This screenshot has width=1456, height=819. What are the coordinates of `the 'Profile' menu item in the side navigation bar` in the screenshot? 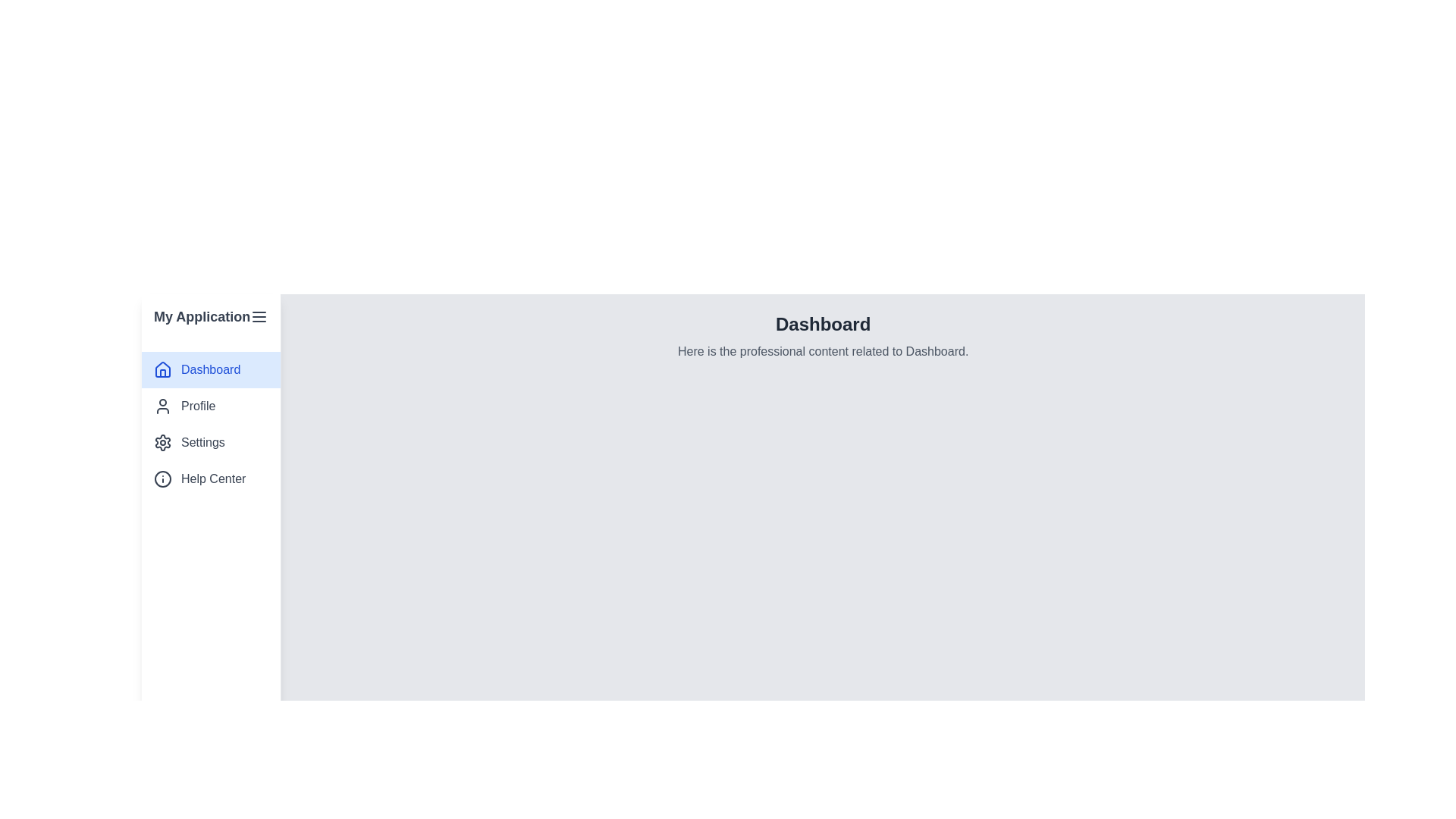 It's located at (210, 406).